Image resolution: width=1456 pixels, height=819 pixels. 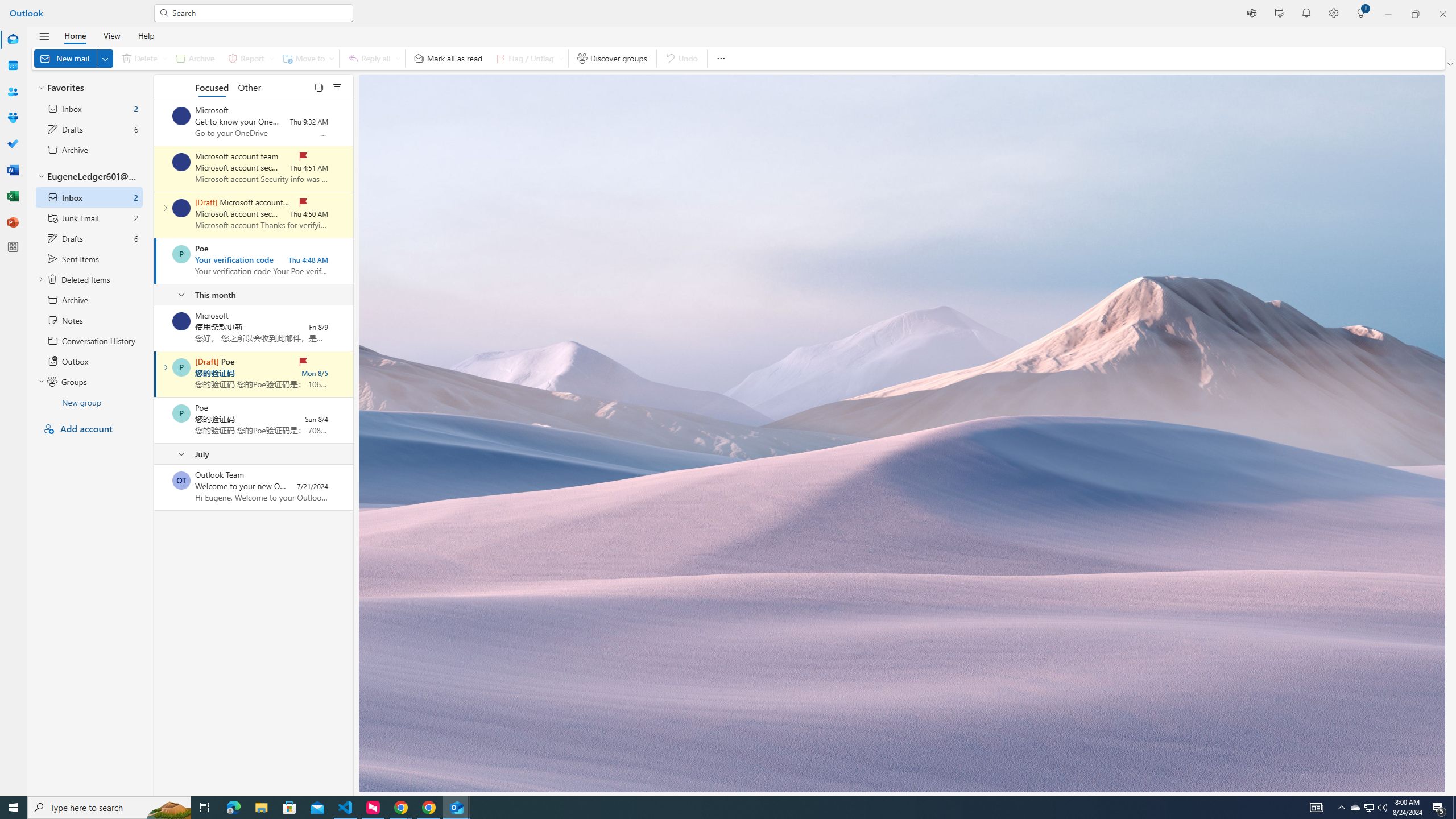 What do you see at coordinates (248, 87) in the screenshot?
I see `'Other'` at bounding box center [248, 87].